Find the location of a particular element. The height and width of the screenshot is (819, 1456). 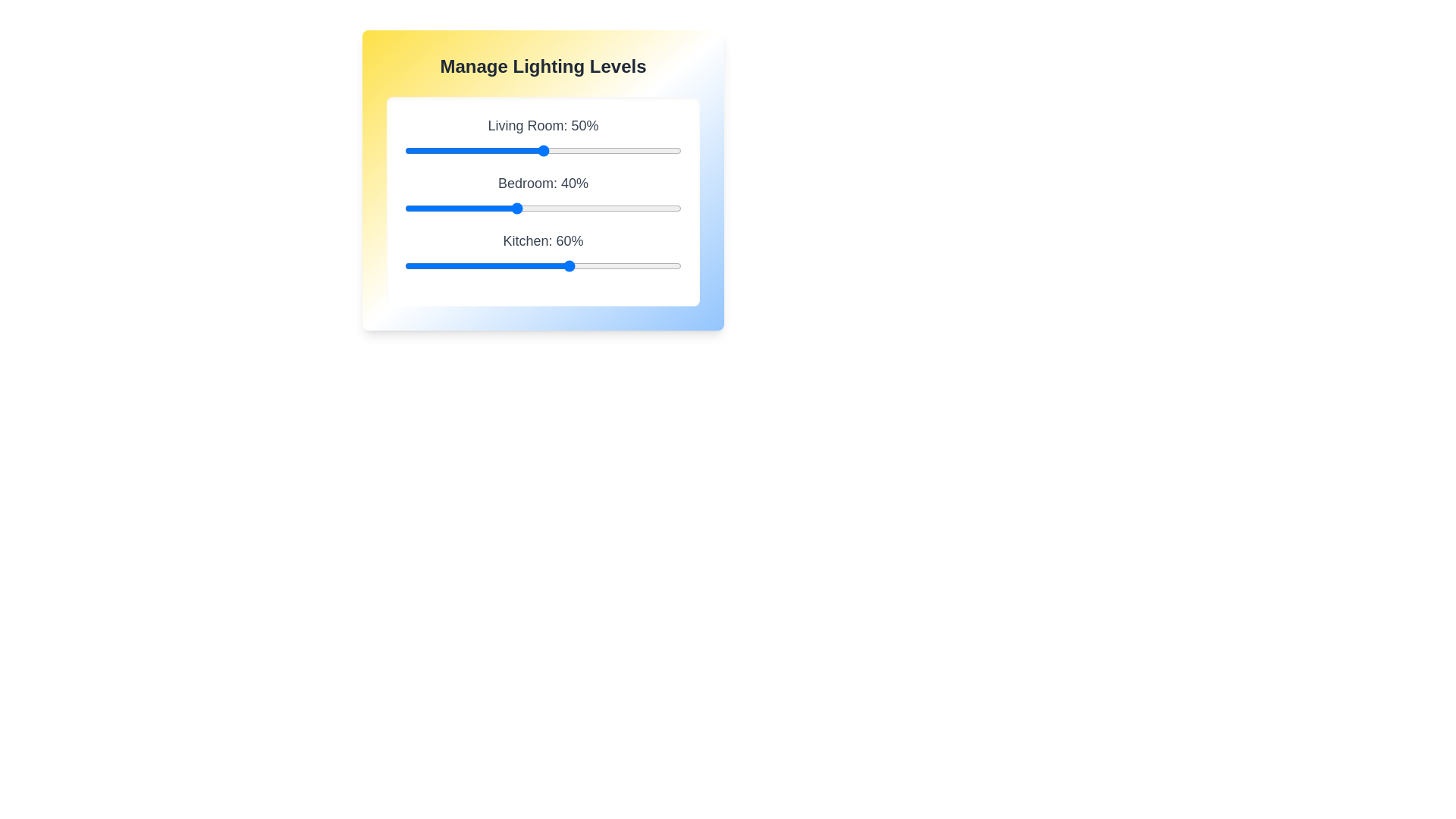

the Bedroom lighting slider to 70% is located at coordinates (598, 208).